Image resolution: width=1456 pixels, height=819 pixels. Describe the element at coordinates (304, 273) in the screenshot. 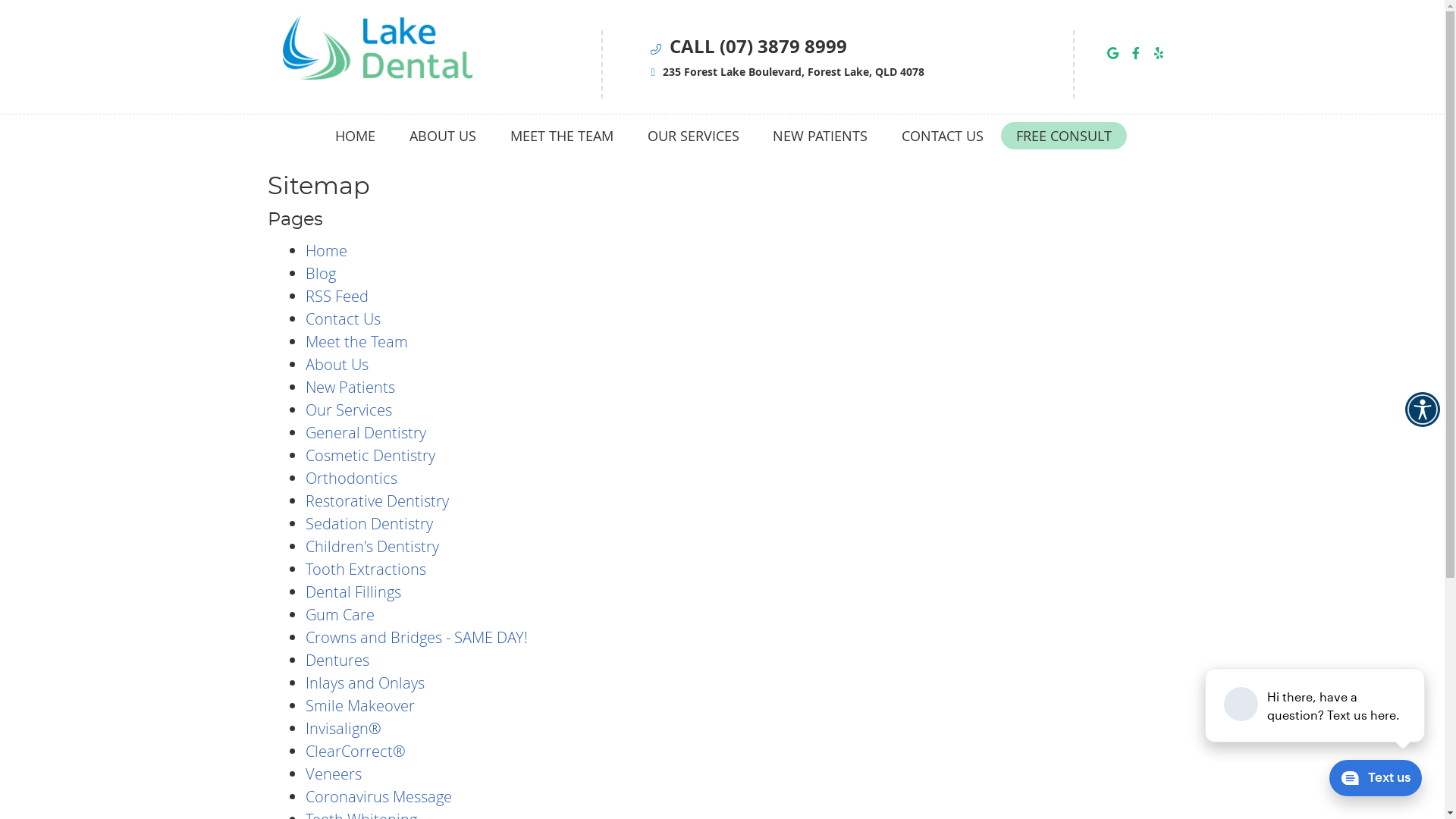

I see `'Blog'` at that location.